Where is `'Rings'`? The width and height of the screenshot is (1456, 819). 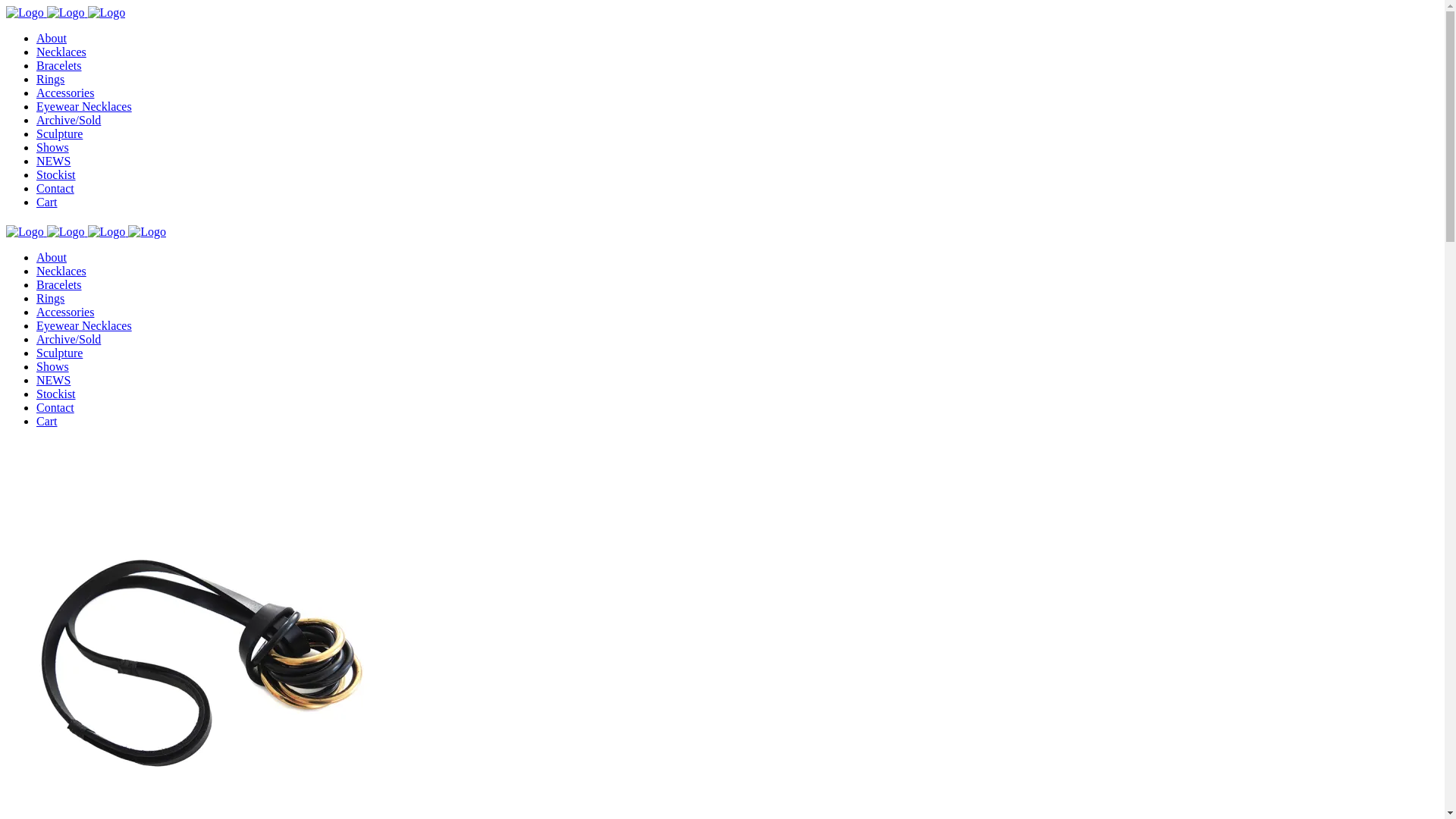
'Rings' is located at coordinates (36, 298).